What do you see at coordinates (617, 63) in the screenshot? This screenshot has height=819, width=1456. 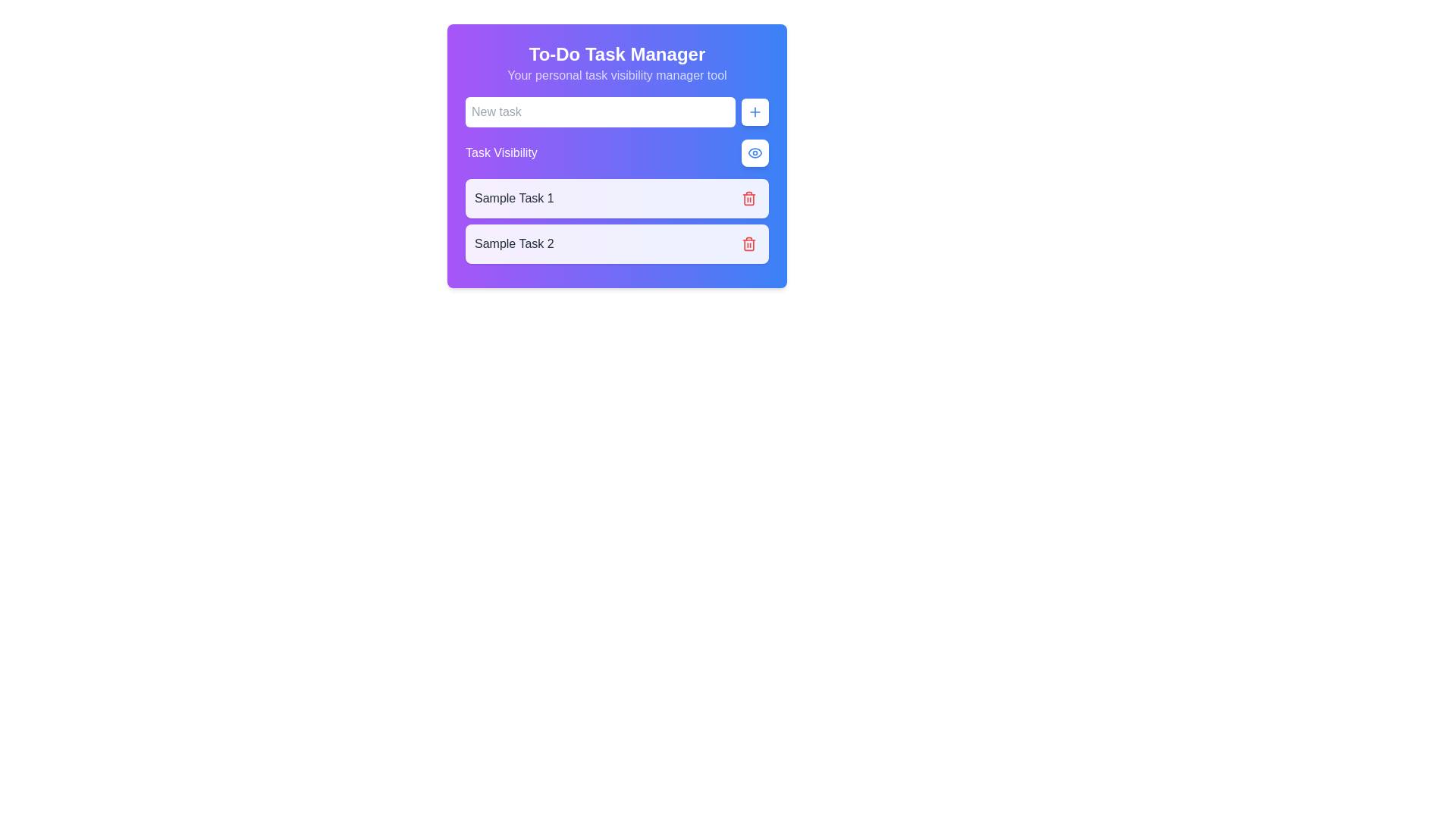 I see `the Header displaying 'To-Do Task Manager' with subtitle 'Your personal task visibility manager tool' at the top of the card interface` at bounding box center [617, 63].